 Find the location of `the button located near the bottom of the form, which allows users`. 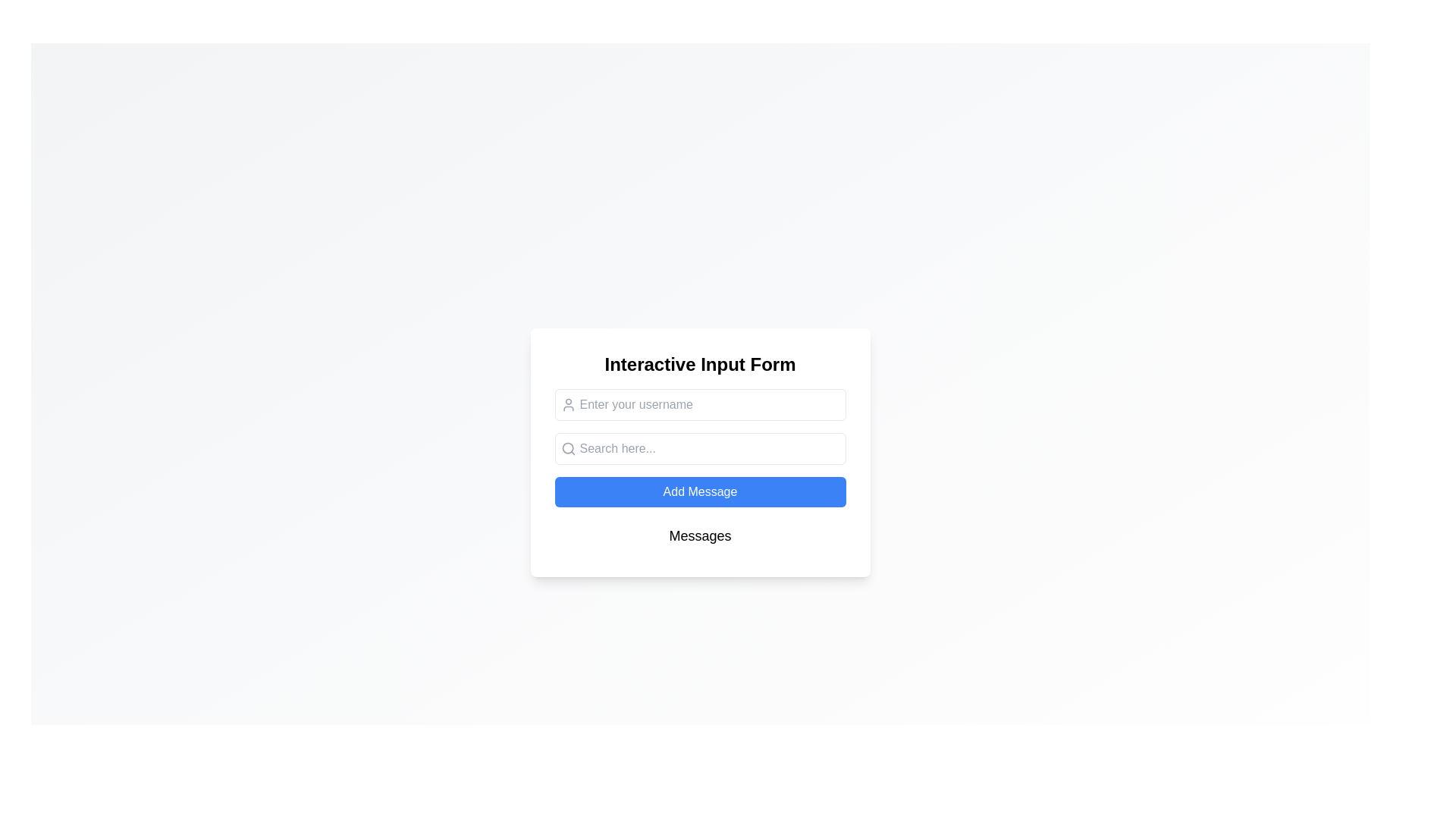

the button located near the bottom of the form, which allows users is located at coordinates (699, 491).